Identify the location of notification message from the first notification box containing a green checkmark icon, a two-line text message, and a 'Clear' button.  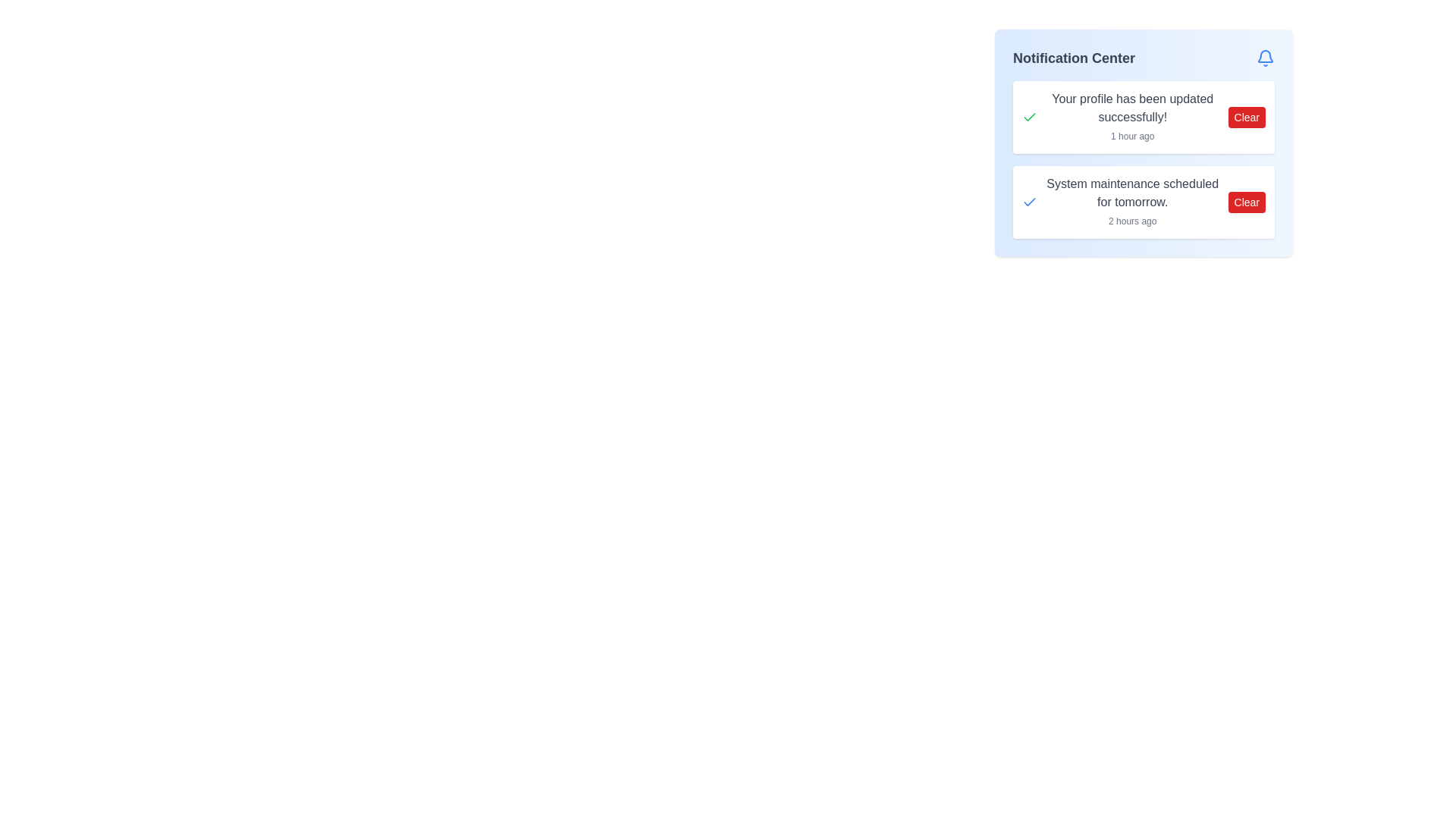
(1144, 116).